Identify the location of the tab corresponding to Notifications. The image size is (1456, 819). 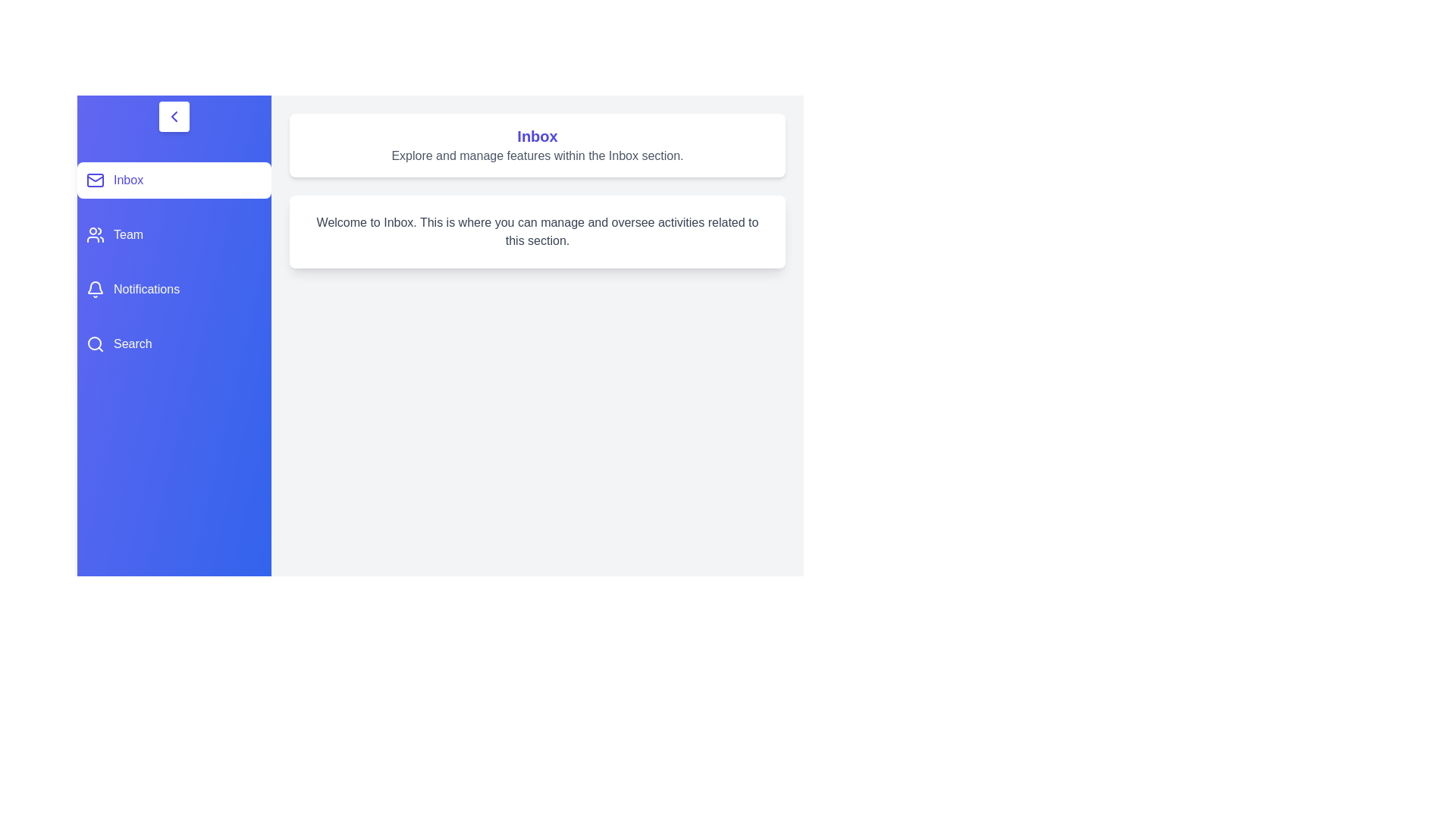
(174, 289).